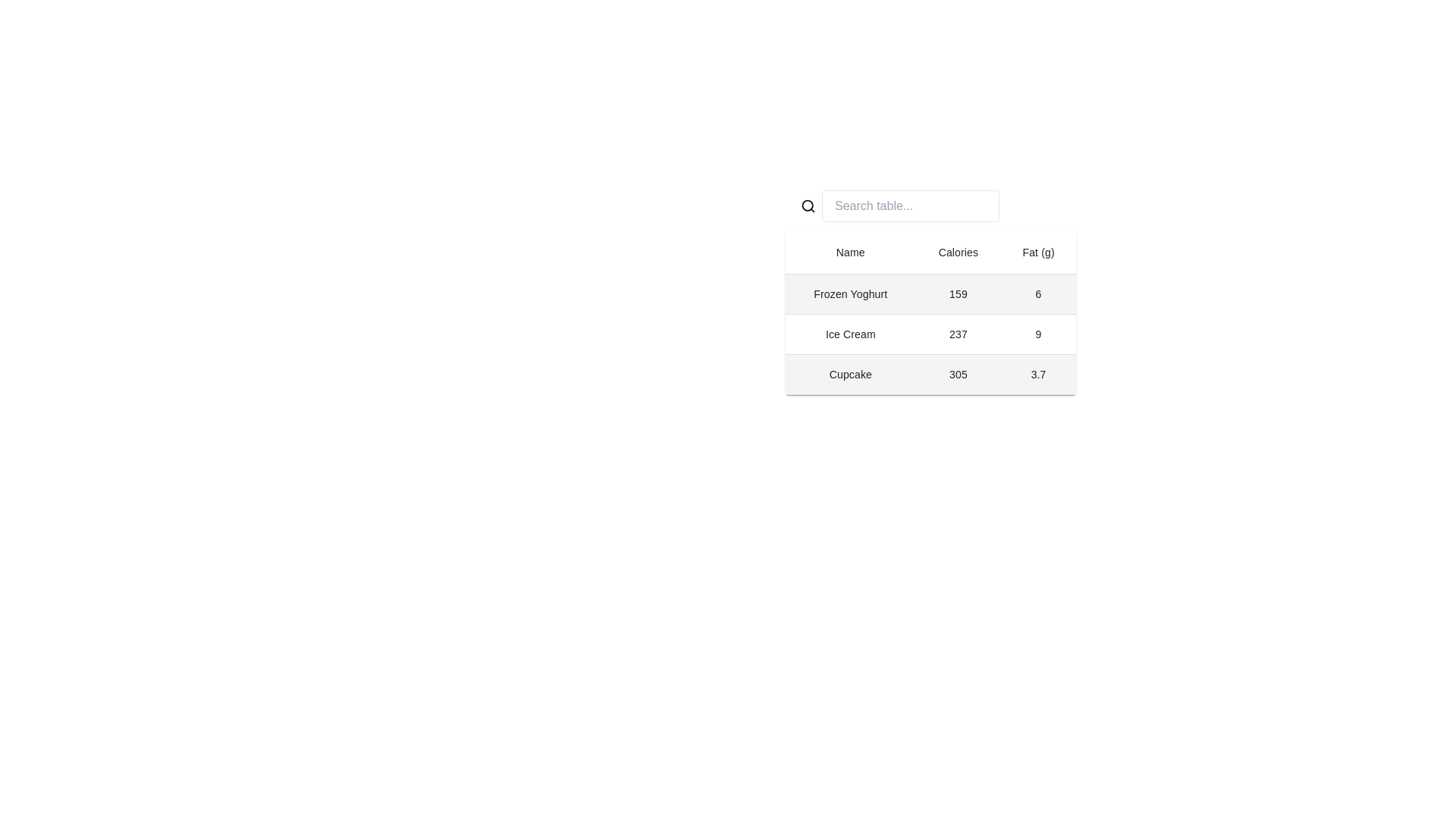 The image size is (1456, 819). What do you see at coordinates (807, 206) in the screenshot?
I see `the search icon that visually indicates the search functionality next to the input box with the placeholder 'Search table...'` at bounding box center [807, 206].